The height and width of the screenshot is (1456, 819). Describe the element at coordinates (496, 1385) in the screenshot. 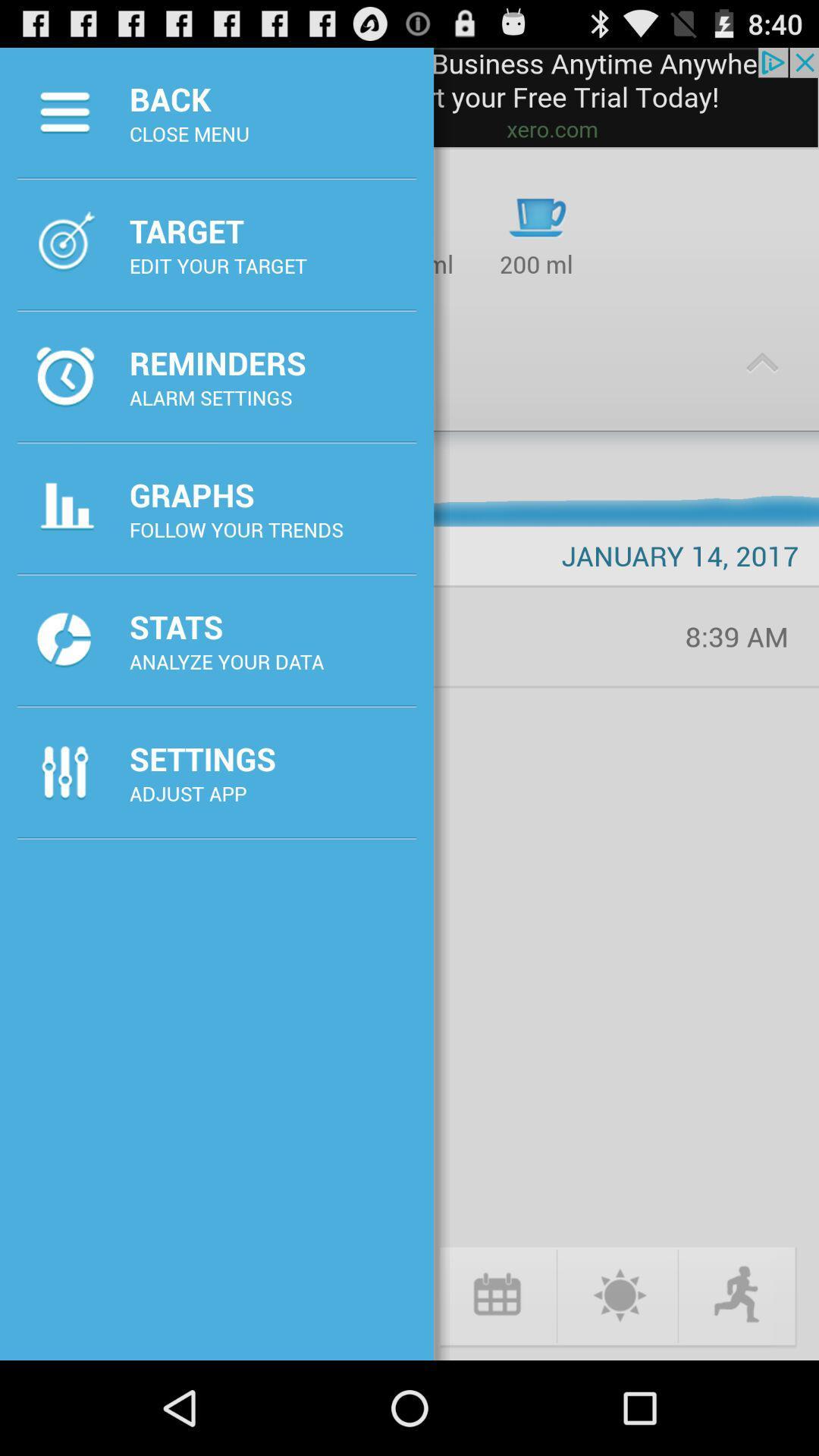

I see `the date_range icon` at that location.